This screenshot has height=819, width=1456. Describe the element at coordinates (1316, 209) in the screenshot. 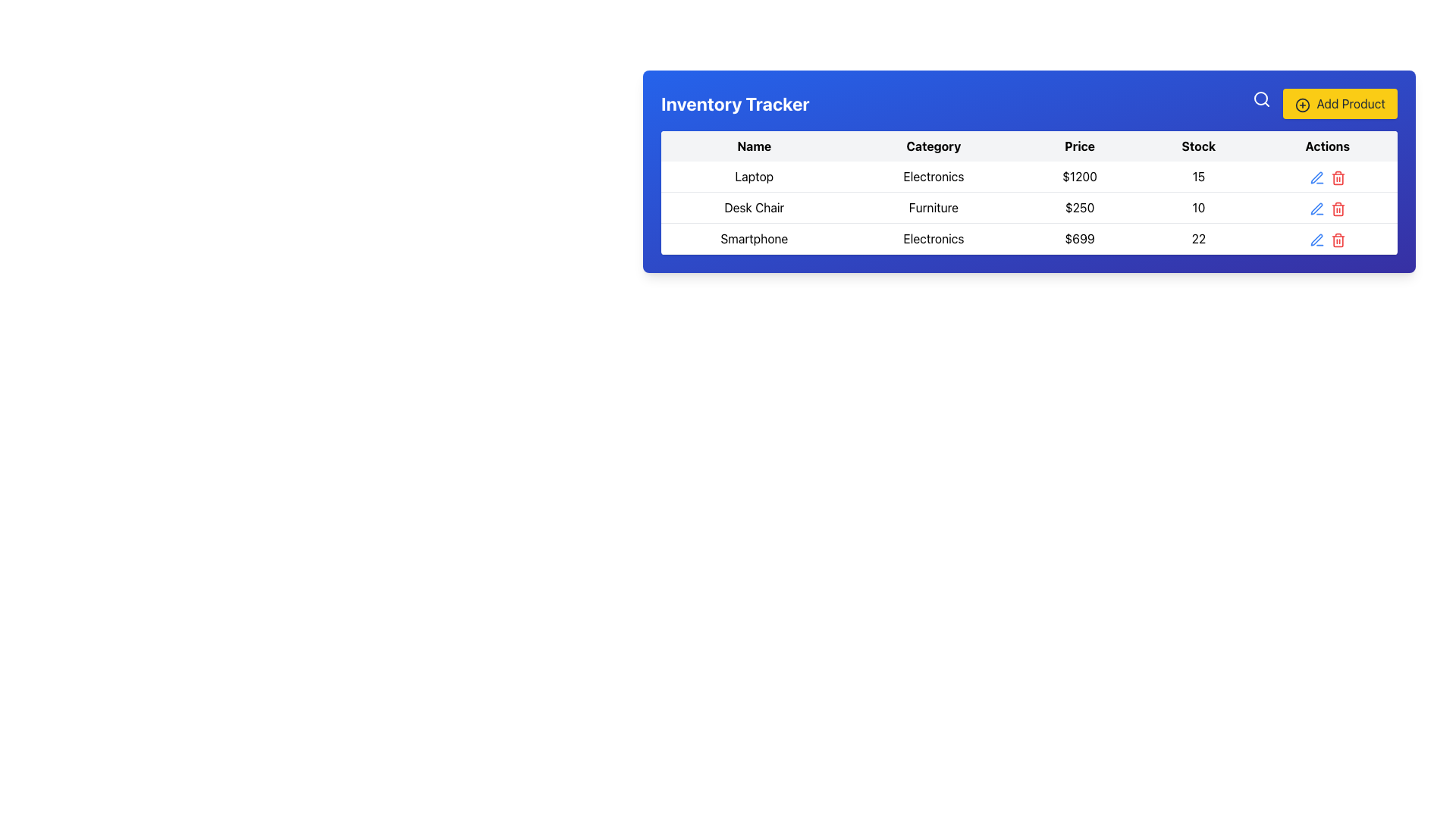

I see `the icon button located` at that location.